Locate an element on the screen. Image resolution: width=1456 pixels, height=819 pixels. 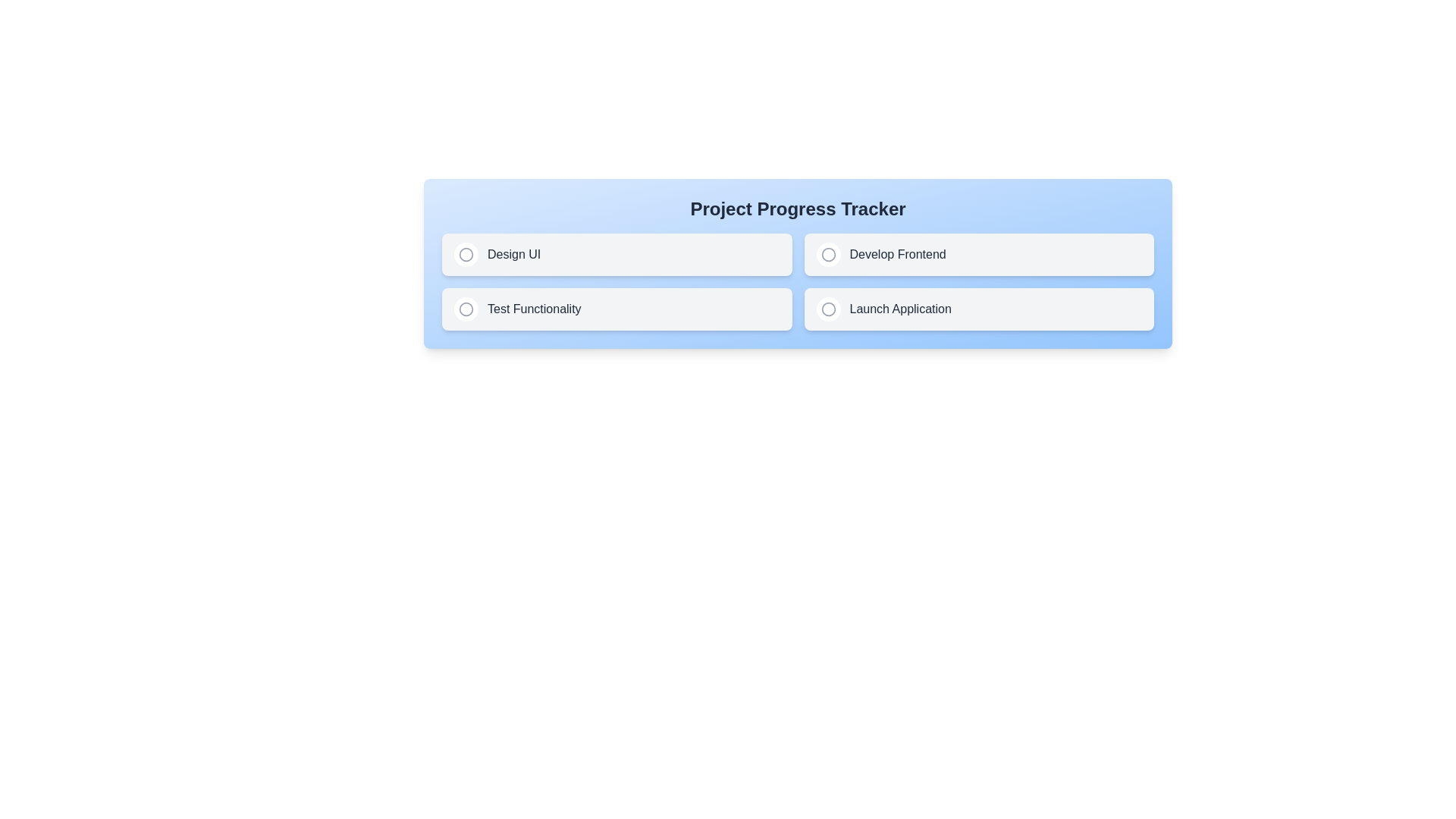
the task chip labeled 'Design UI' to toggle its completion state is located at coordinates (617, 253).